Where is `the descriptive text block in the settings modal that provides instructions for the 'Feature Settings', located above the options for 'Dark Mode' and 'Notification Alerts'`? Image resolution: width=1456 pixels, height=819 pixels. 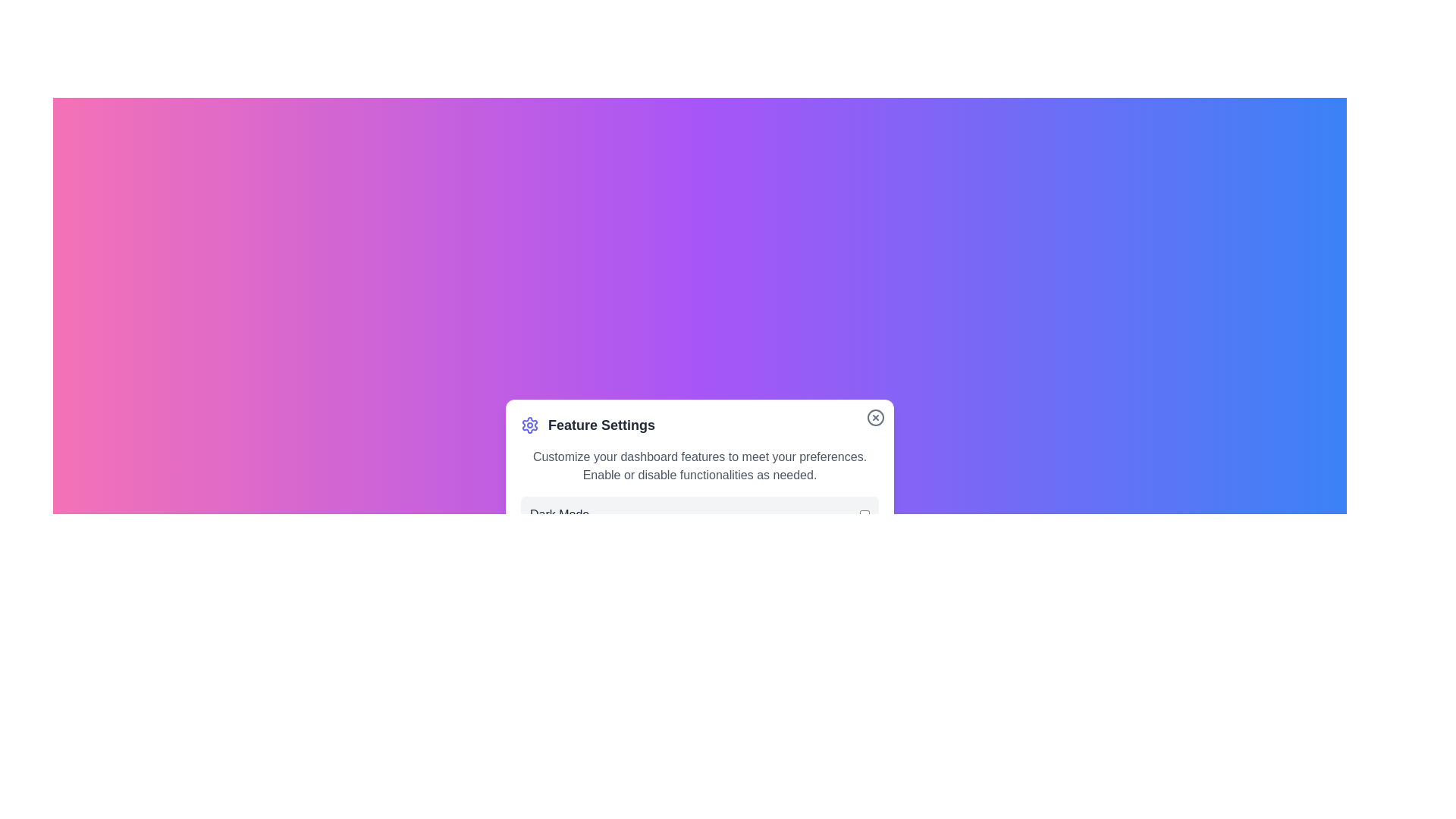
the descriptive text block in the settings modal that provides instructions for the 'Feature Settings', located above the options for 'Dark Mode' and 'Notification Alerts' is located at coordinates (698, 465).